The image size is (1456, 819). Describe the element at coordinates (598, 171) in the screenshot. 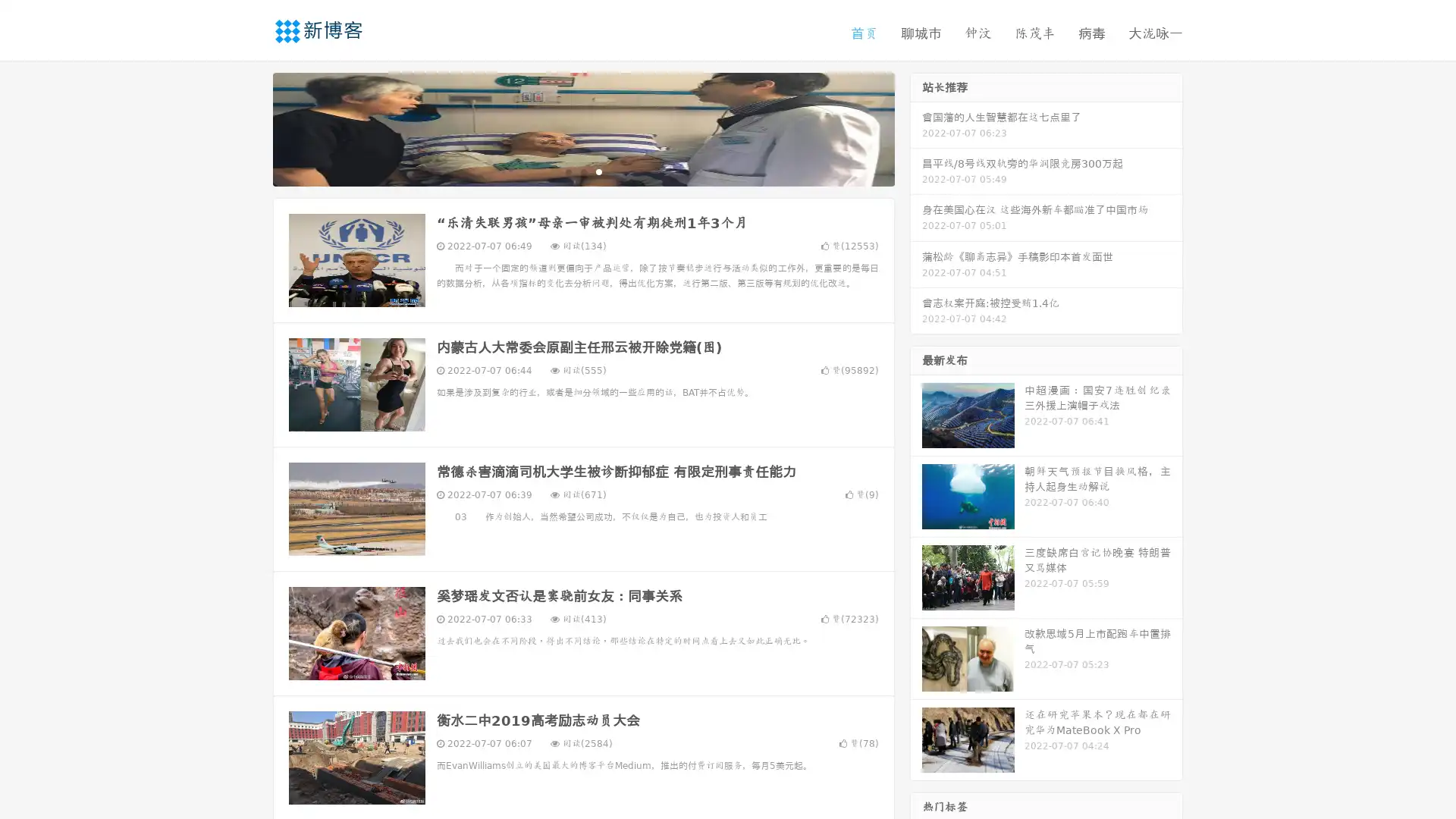

I see `Go to slide 3` at that location.